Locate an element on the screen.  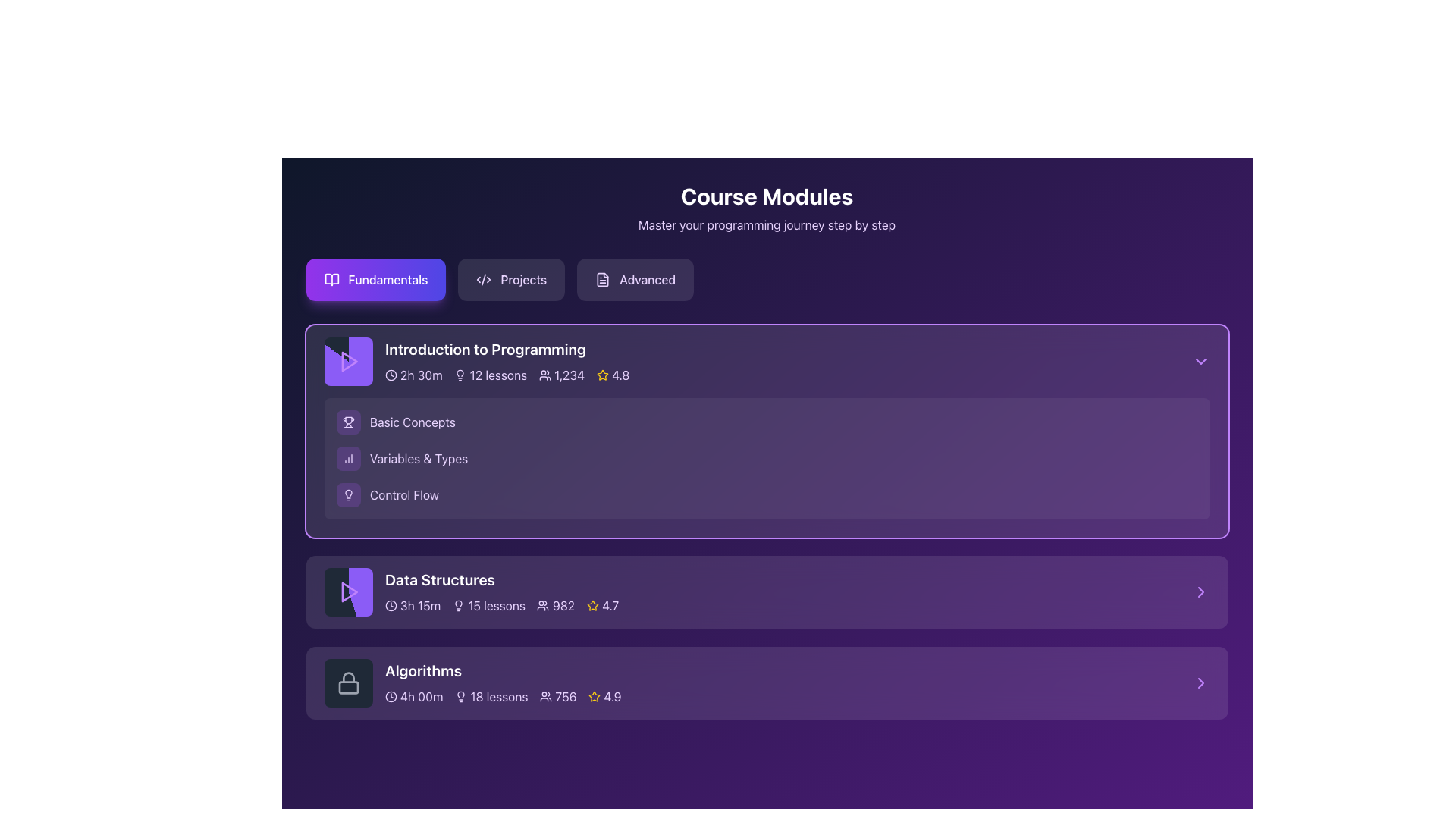
the chevron icon button located in the top-right corner of the 'Introduction to Programming' section is located at coordinates (1200, 362).